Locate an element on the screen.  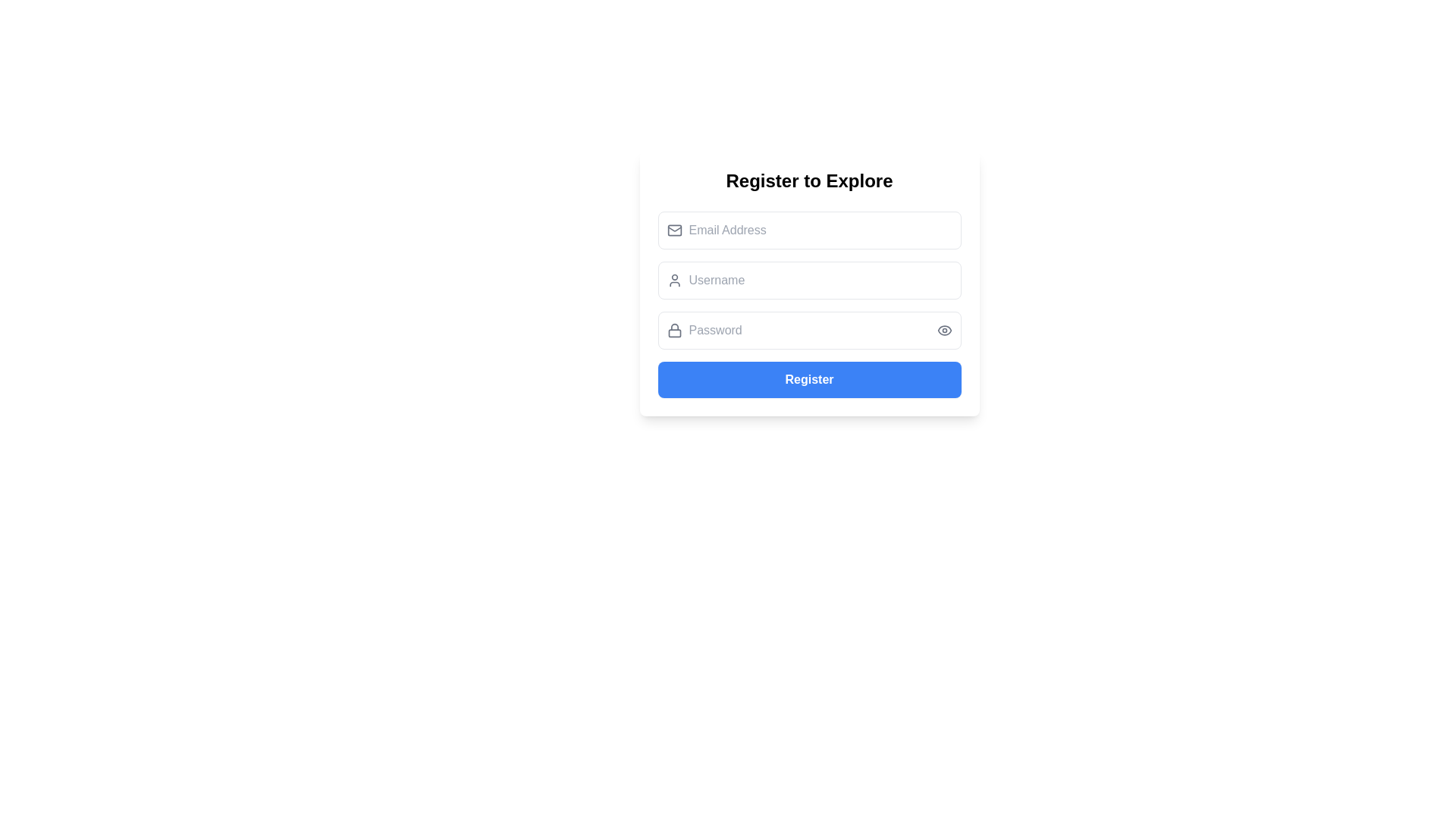
the eye icon is located at coordinates (943, 329).